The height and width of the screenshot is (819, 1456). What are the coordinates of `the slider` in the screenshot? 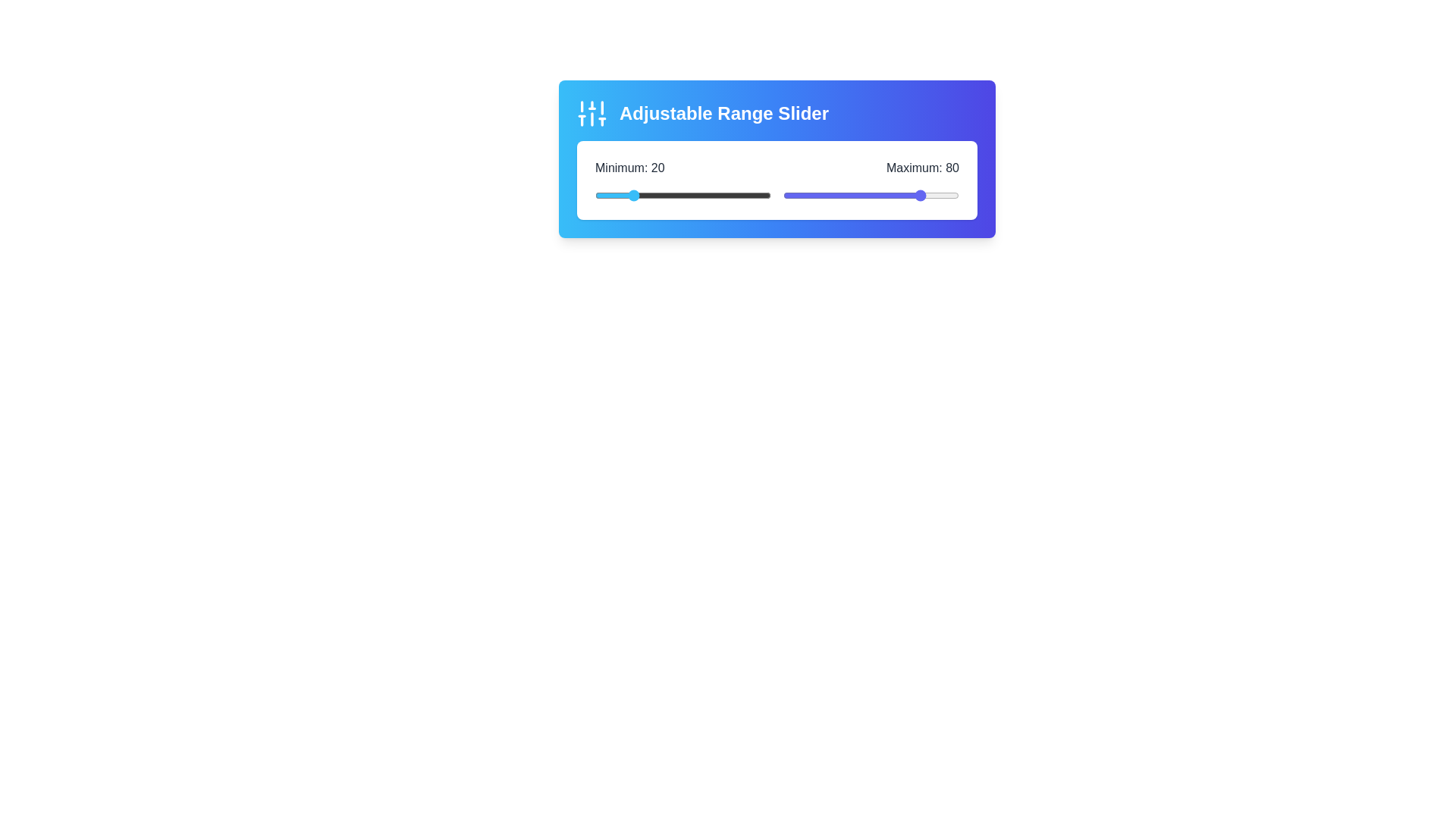 It's located at (858, 195).